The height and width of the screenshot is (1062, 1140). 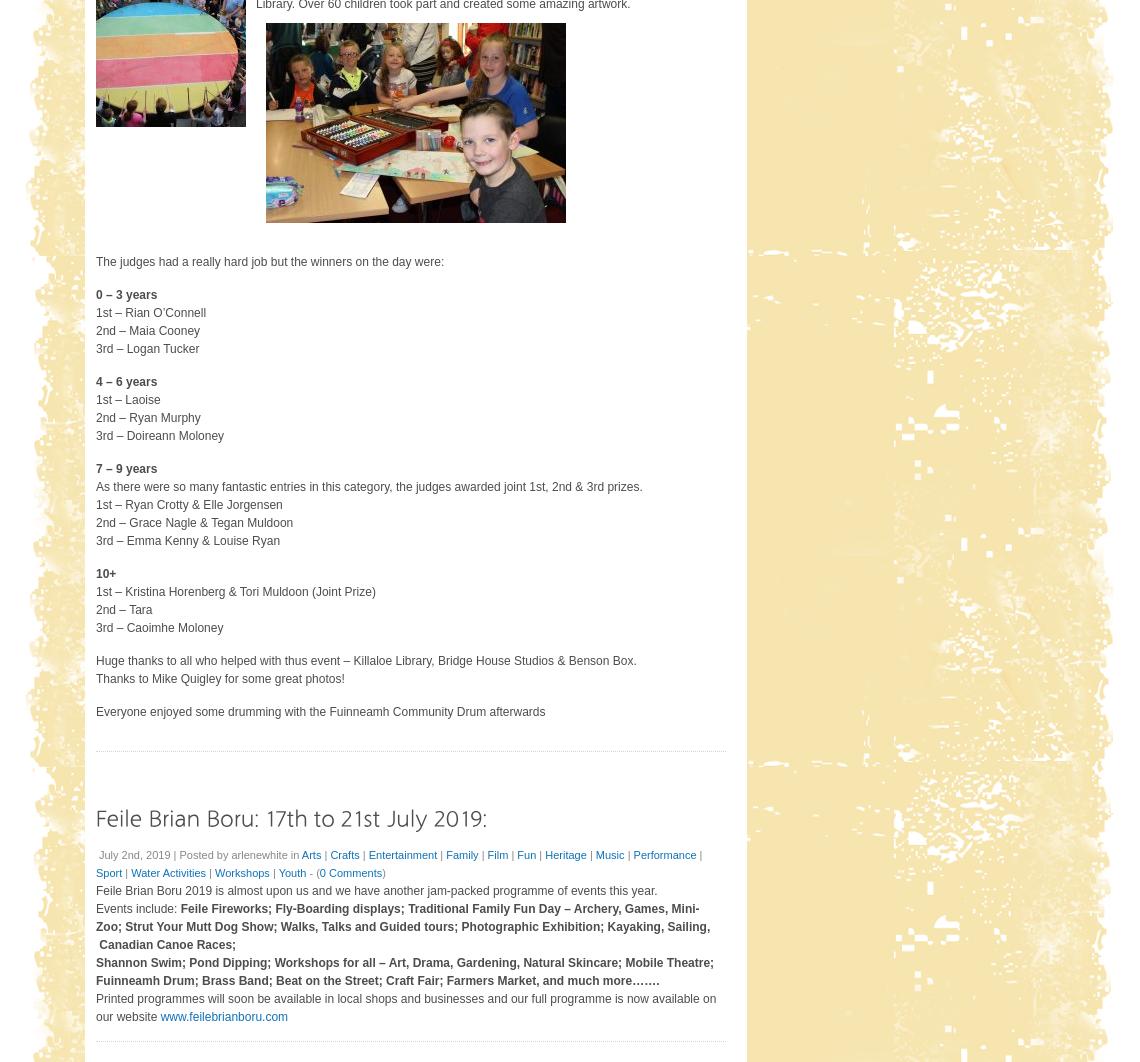 What do you see at coordinates (141, 960) in the screenshot?
I see `'Shannon Swim;'` at bounding box center [141, 960].